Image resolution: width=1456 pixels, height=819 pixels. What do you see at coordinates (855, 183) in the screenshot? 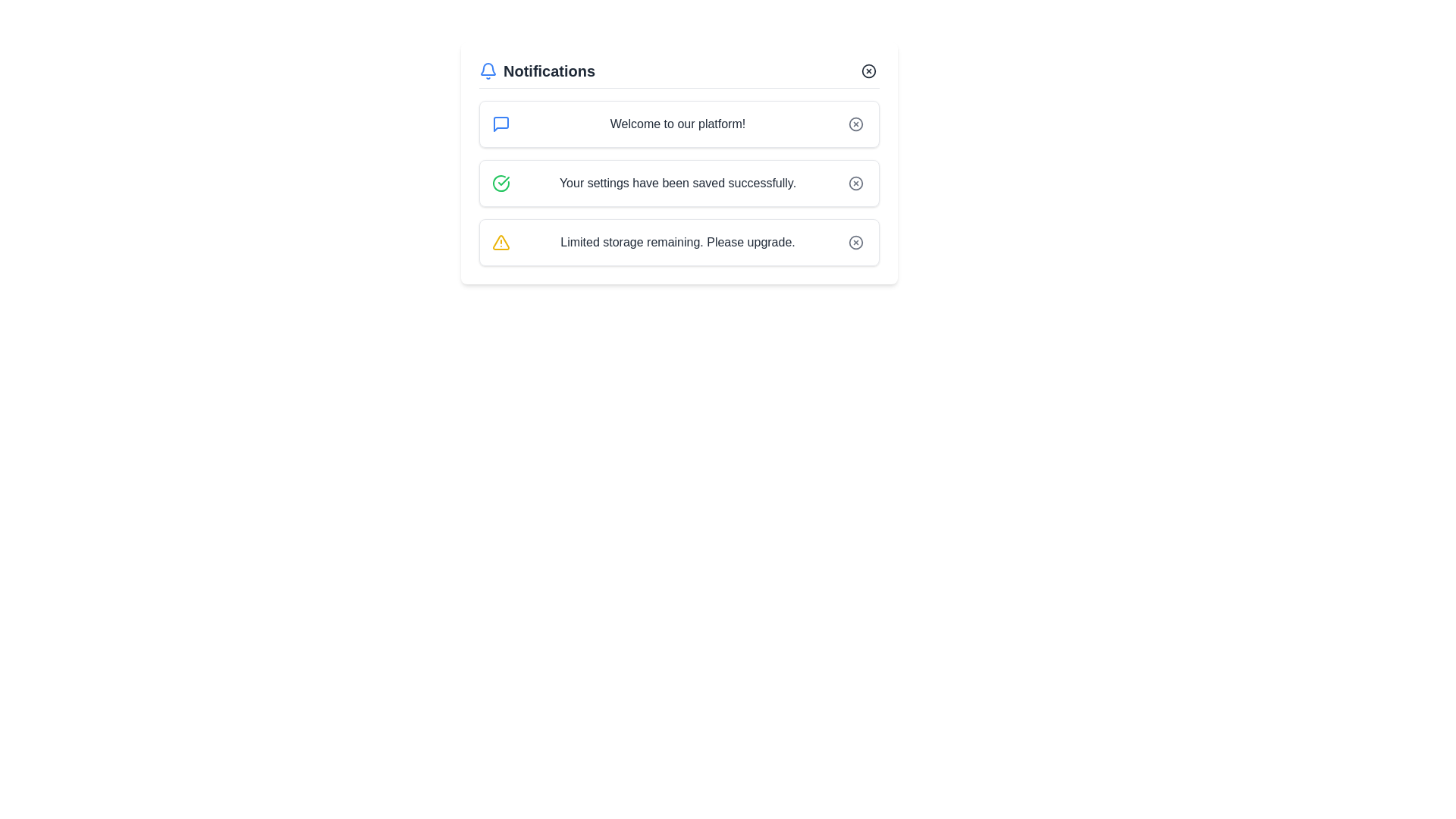
I see `the circular icon with a border located` at bounding box center [855, 183].